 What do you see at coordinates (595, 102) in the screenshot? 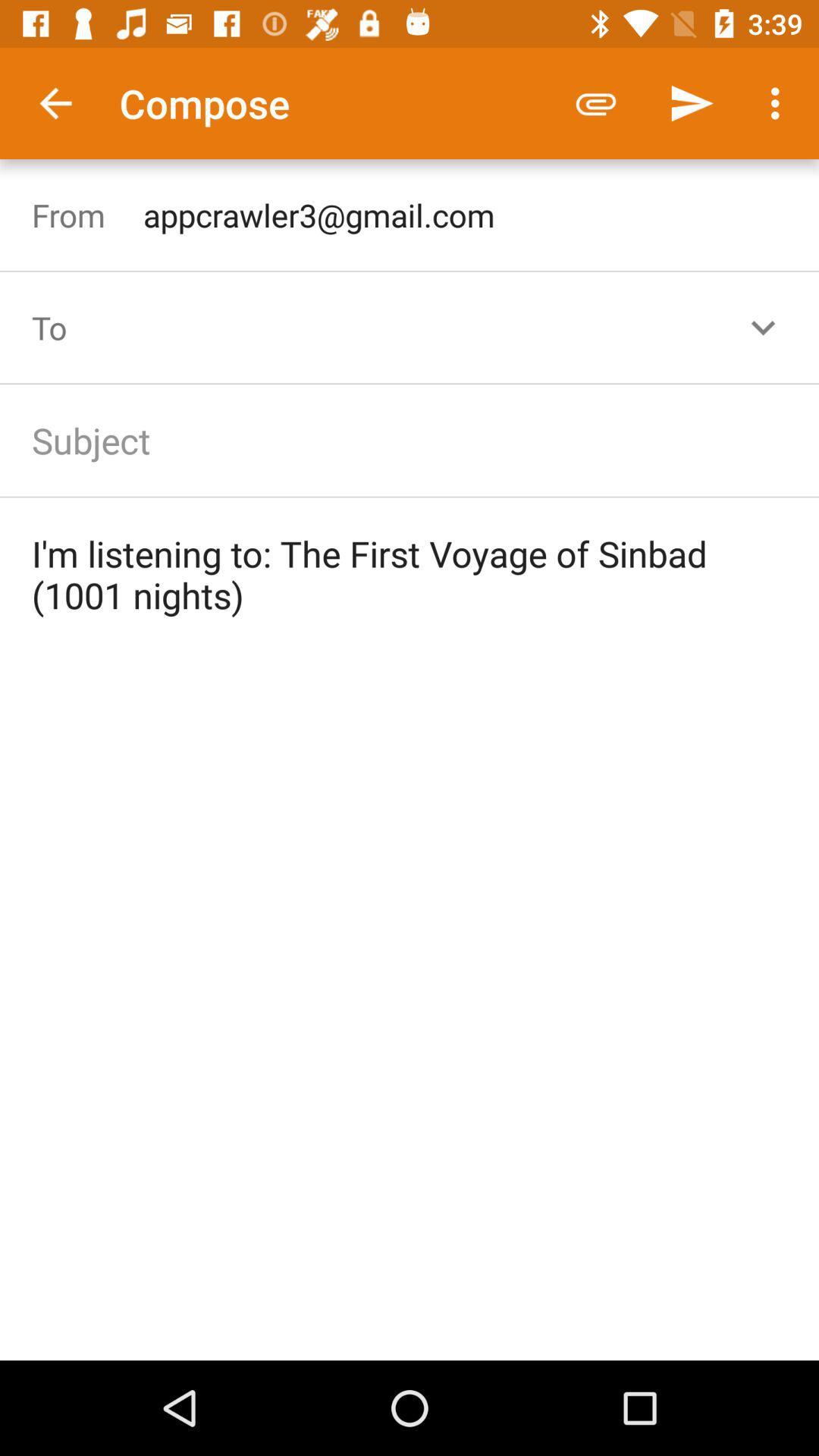
I see `the icon to the right of the compose` at bounding box center [595, 102].